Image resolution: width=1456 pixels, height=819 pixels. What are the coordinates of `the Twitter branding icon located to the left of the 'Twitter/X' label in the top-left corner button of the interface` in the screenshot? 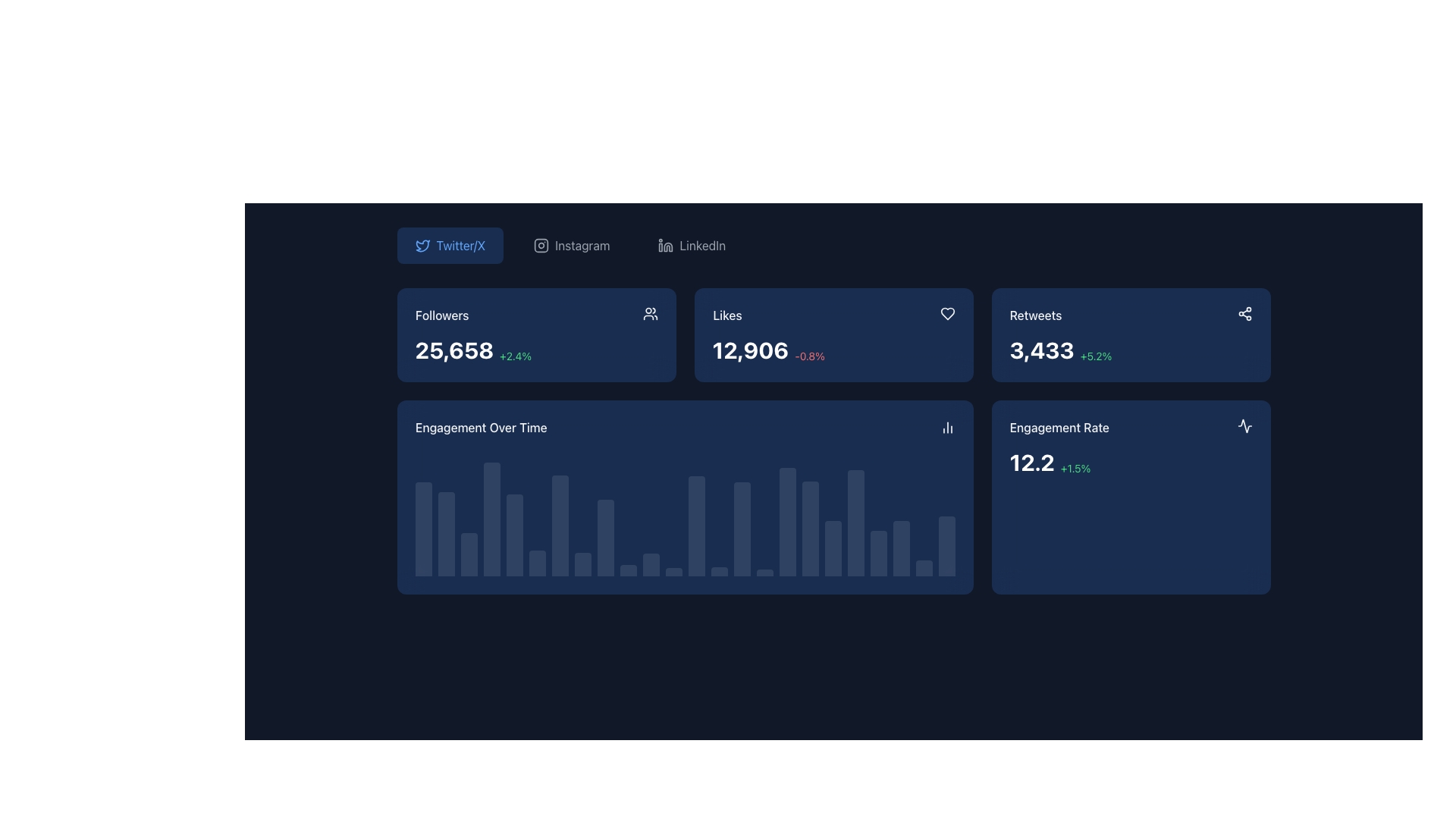 It's located at (422, 245).